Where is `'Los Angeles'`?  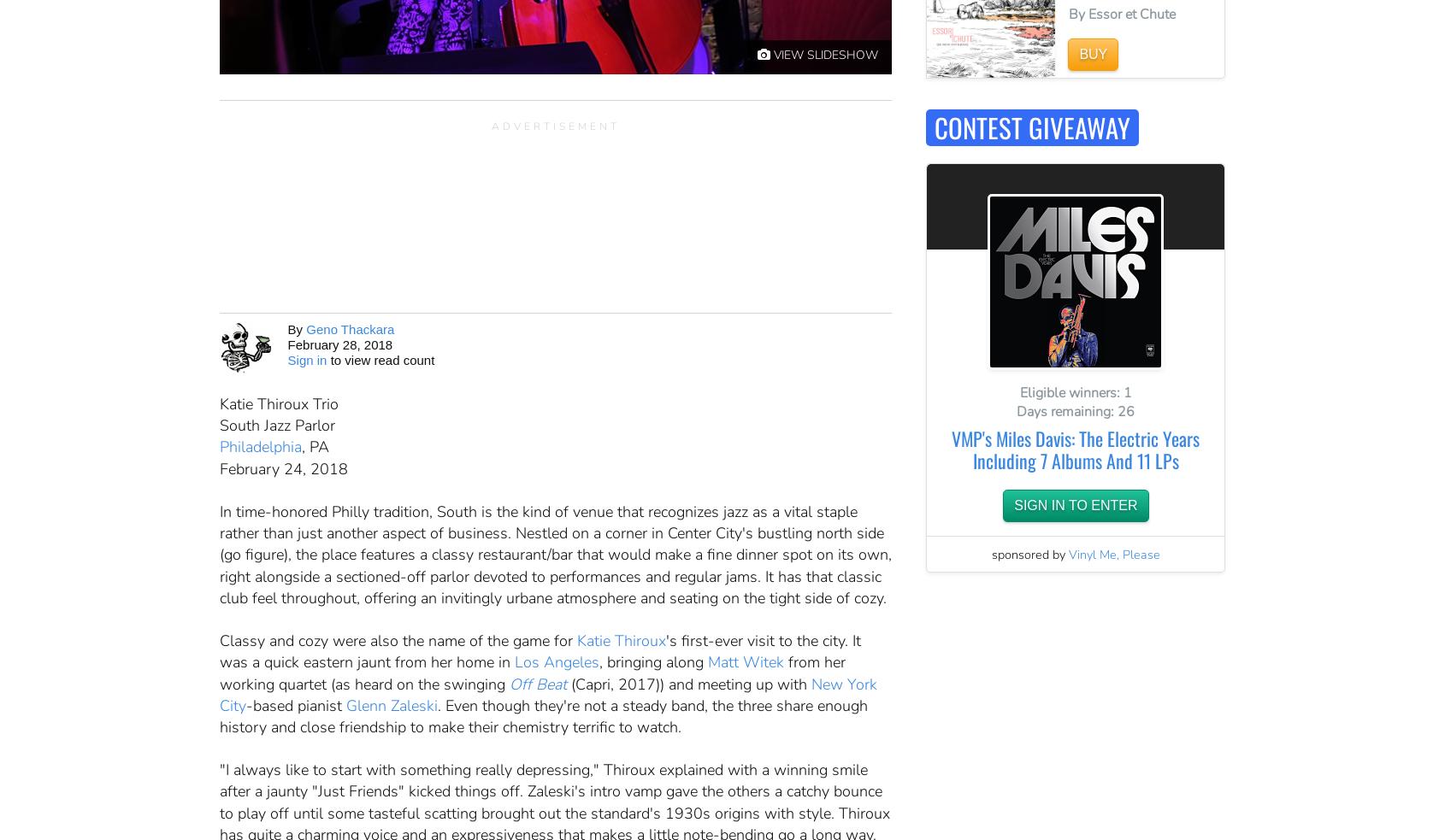
'Los Angeles' is located at coordinates (556, 661).